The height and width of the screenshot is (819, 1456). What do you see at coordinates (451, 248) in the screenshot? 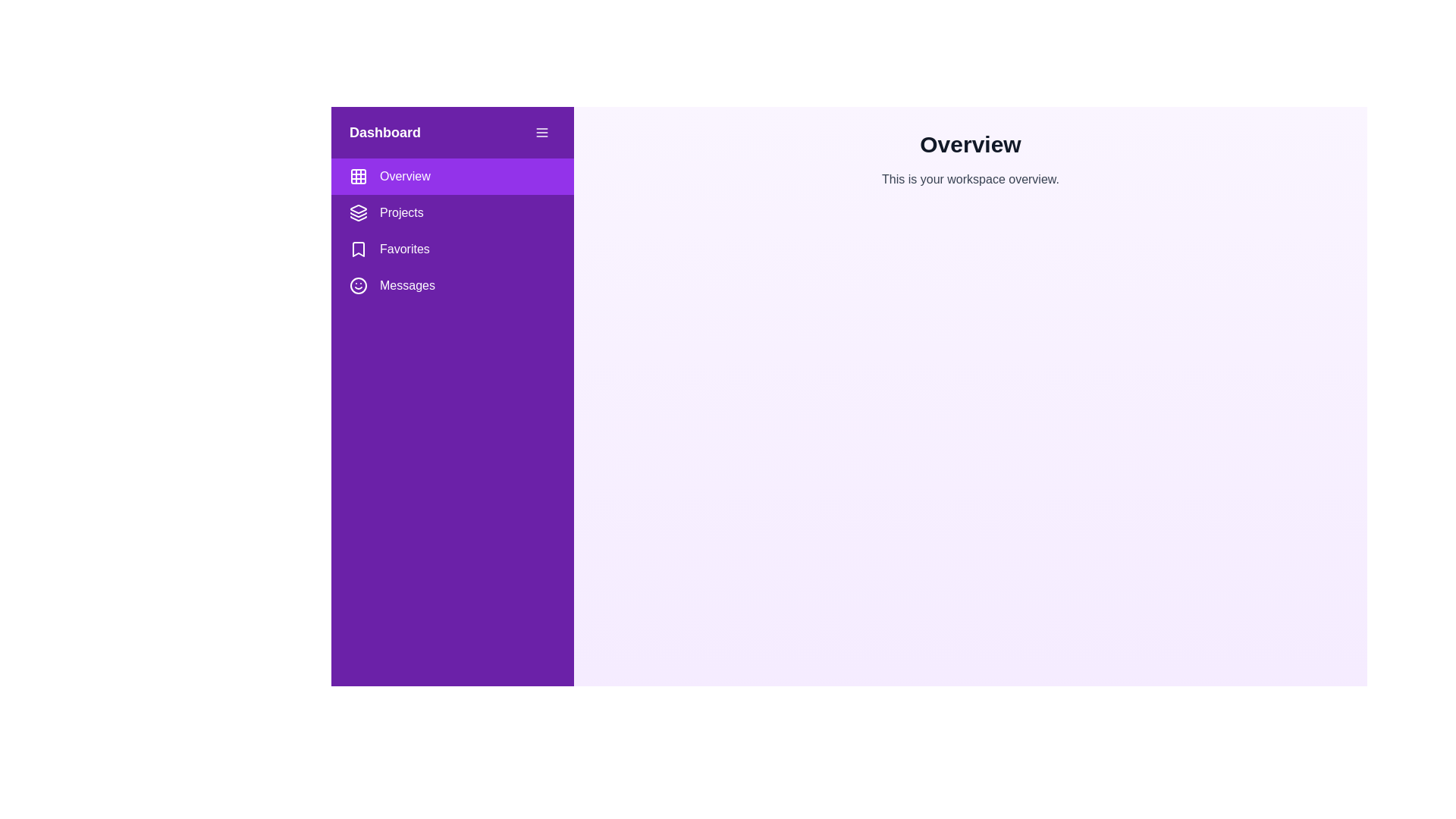
I see `the menu item Favorites from the drawer` at bounding box center [451, 248].